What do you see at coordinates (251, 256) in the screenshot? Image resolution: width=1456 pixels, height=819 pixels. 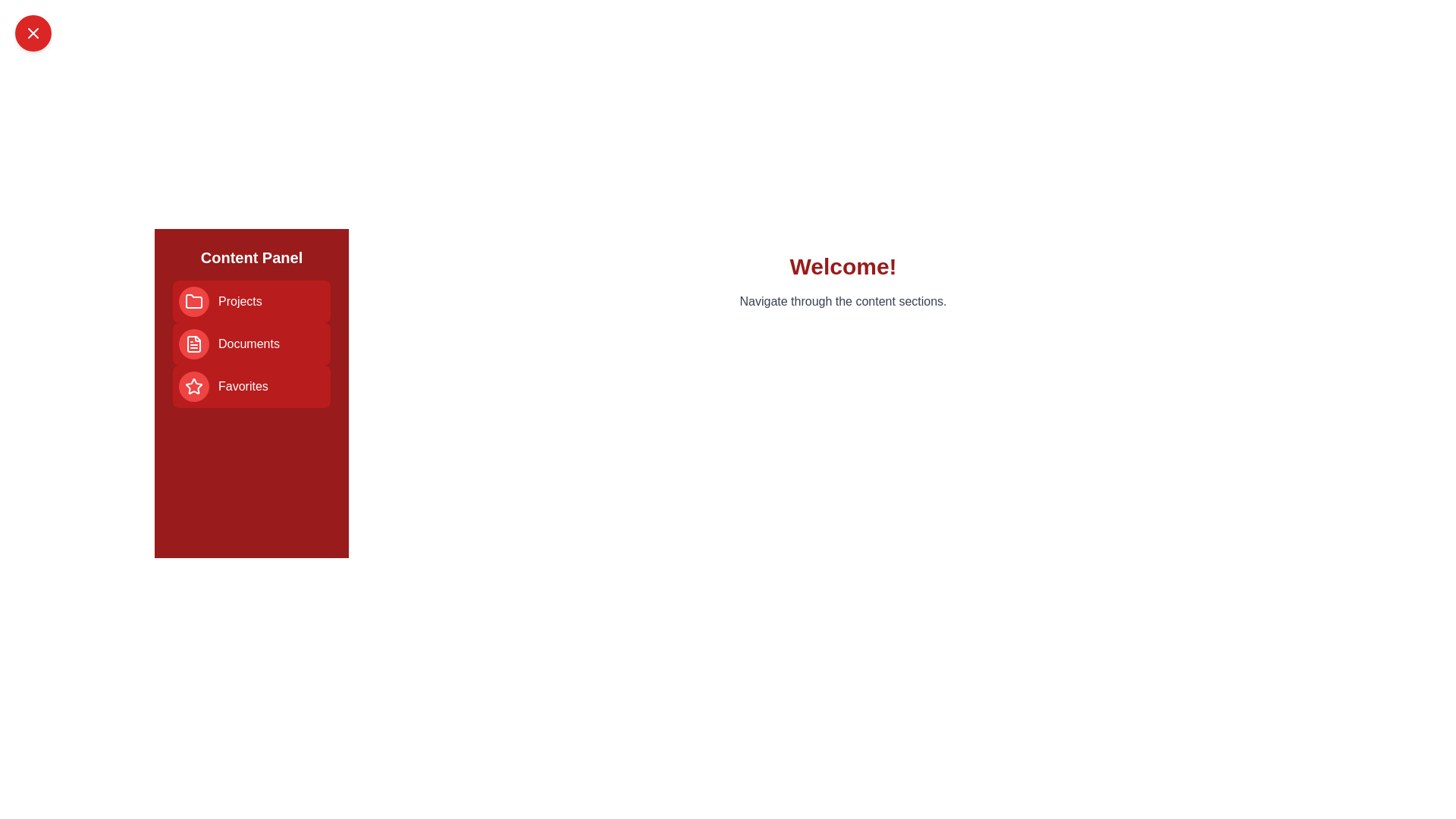 I see `the drawer label 'Content Panel'` at bounding box center [251, 256].